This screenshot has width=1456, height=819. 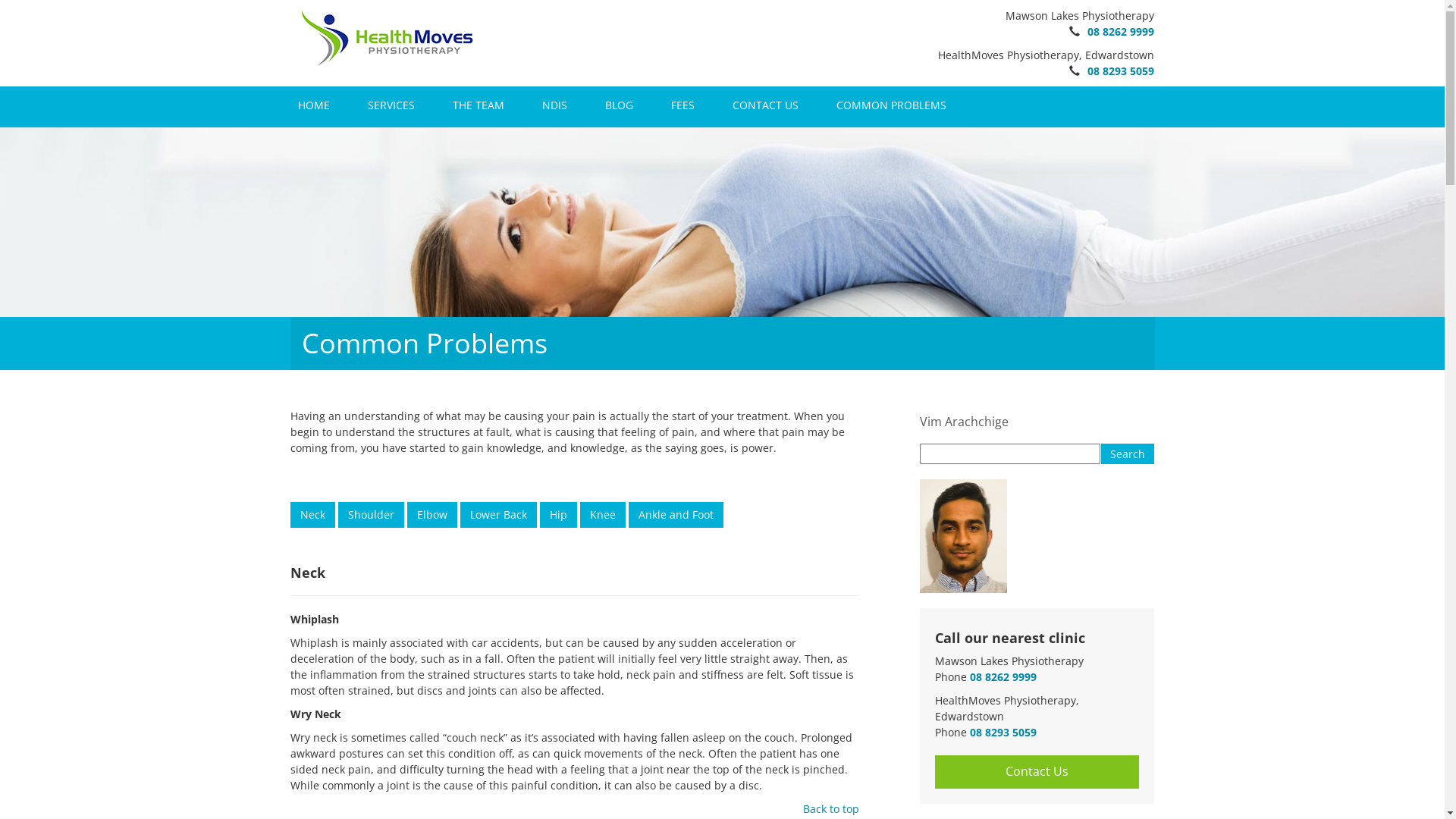 What do you see at coordinates (829, 808) in the screenshot?
I see `'Back to top'` at bounding box center [829, 808].